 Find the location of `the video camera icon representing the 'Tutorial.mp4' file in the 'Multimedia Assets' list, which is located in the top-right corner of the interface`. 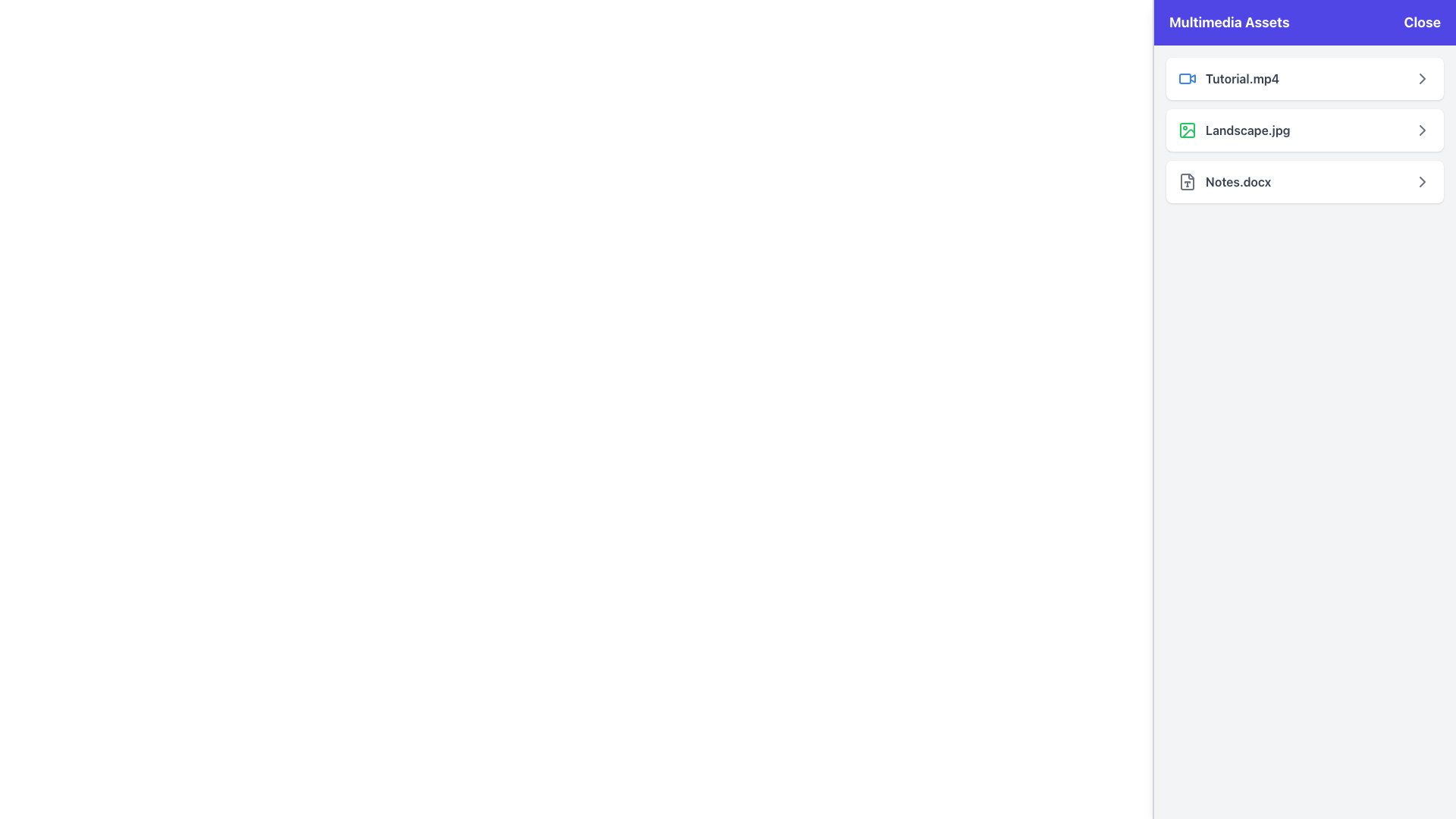

the video camera icon representing the 'Tutorial.mp4' file in the 'Multimedia Assets' list, which is located in the top-right corner of the interface is located at coordinates (1185, 79).